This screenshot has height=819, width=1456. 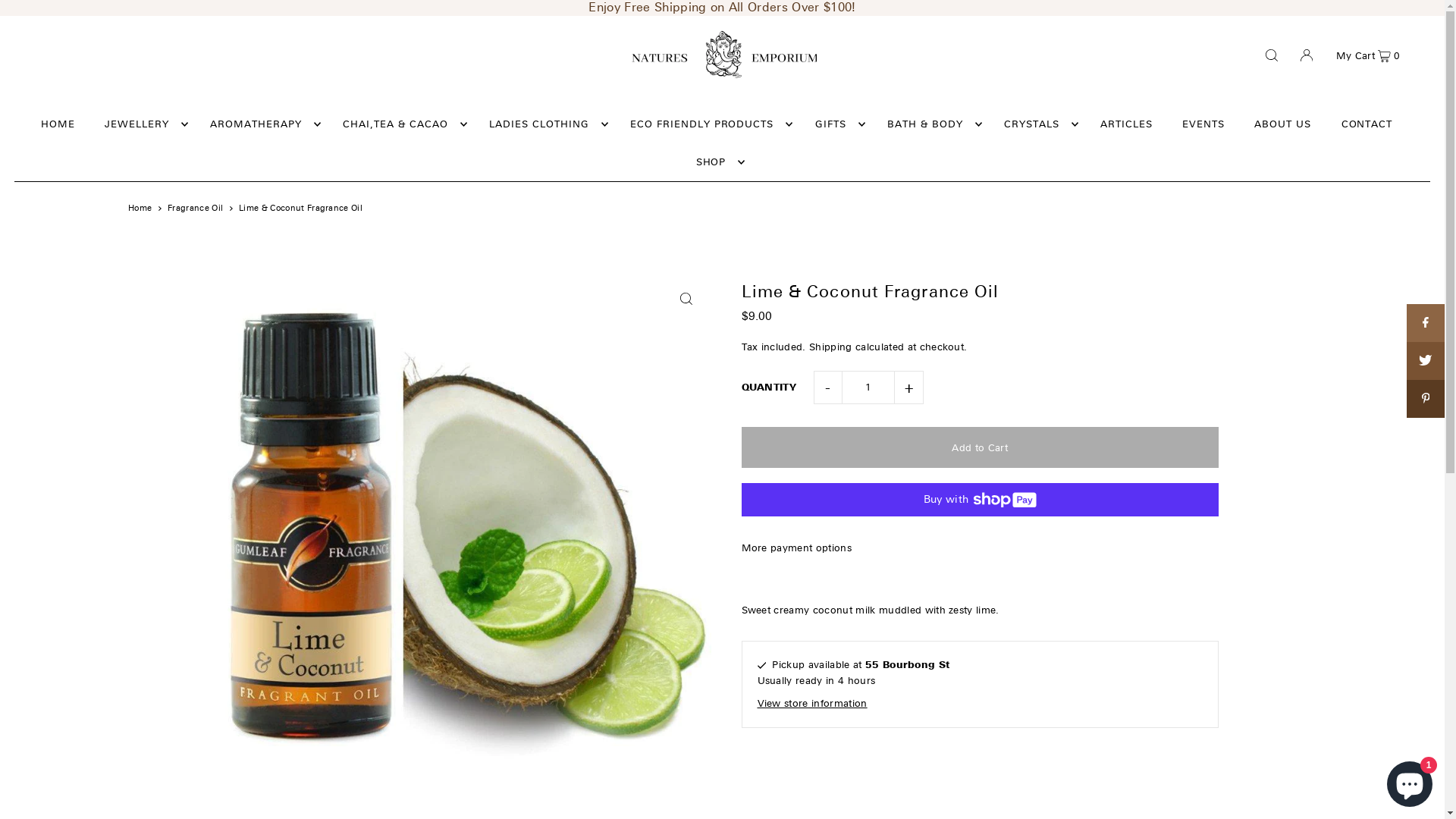 What do you see at coordinates (96, 124) in the screenshot?
I see `'JEWELLERY'` at bounding box center [96, 124].